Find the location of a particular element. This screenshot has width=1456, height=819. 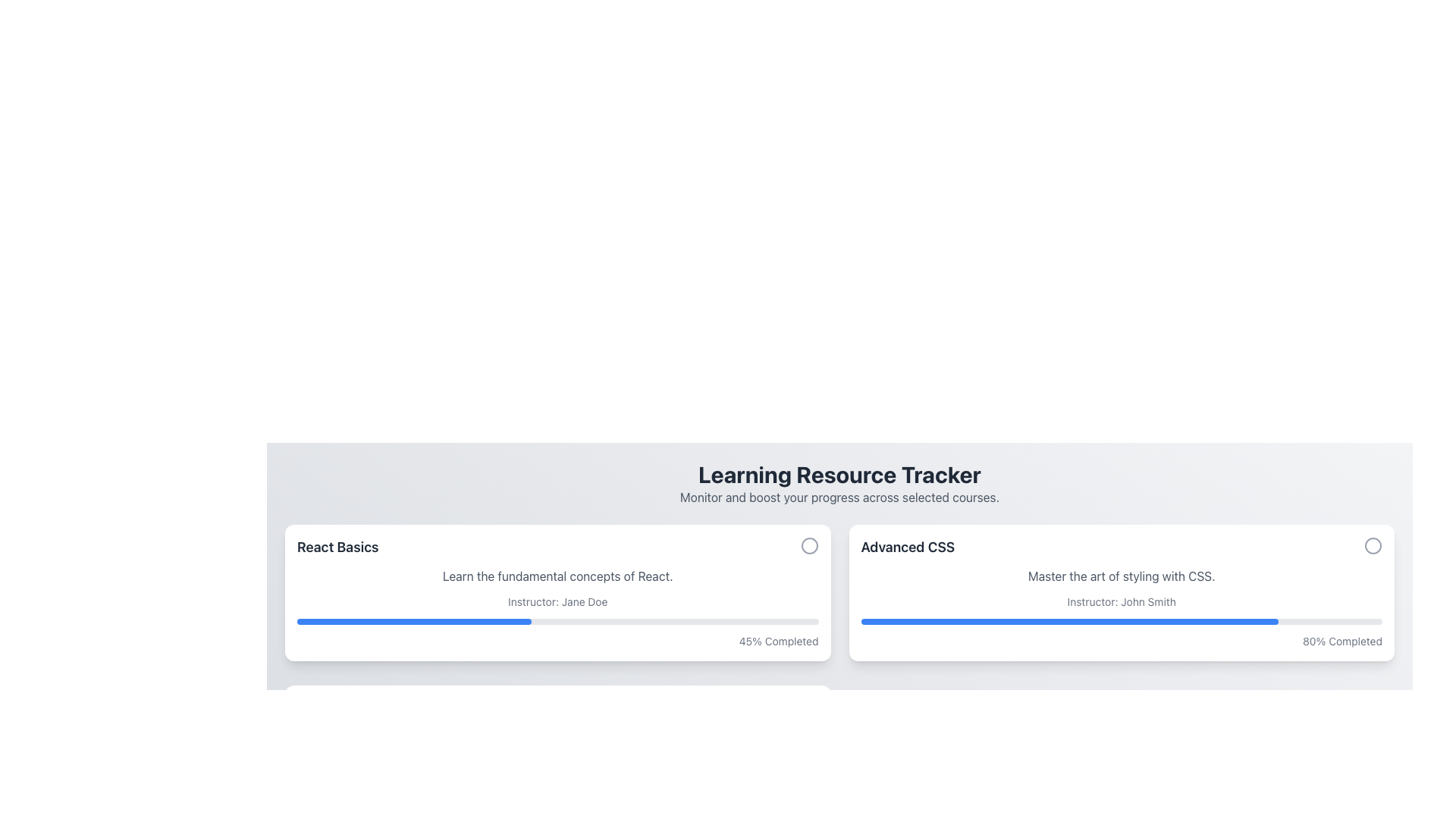

information displayed on the Course Summary Card located at the upper-left corner of the grid layout, which includes the title, description, instructor, and completion progress is located at coordinates (557, 592).